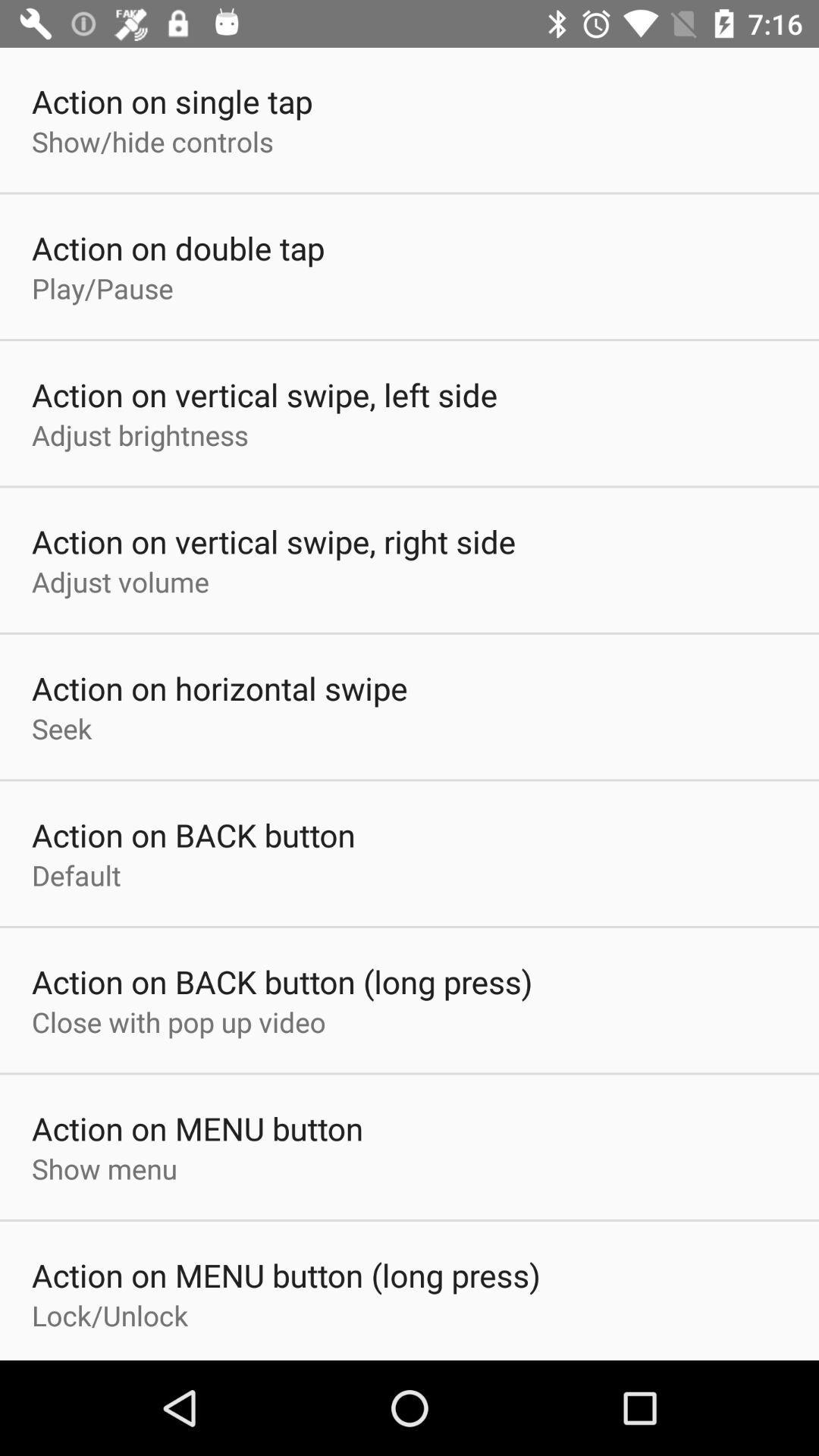  I want to click on the show menu app, so click(104, 1168).